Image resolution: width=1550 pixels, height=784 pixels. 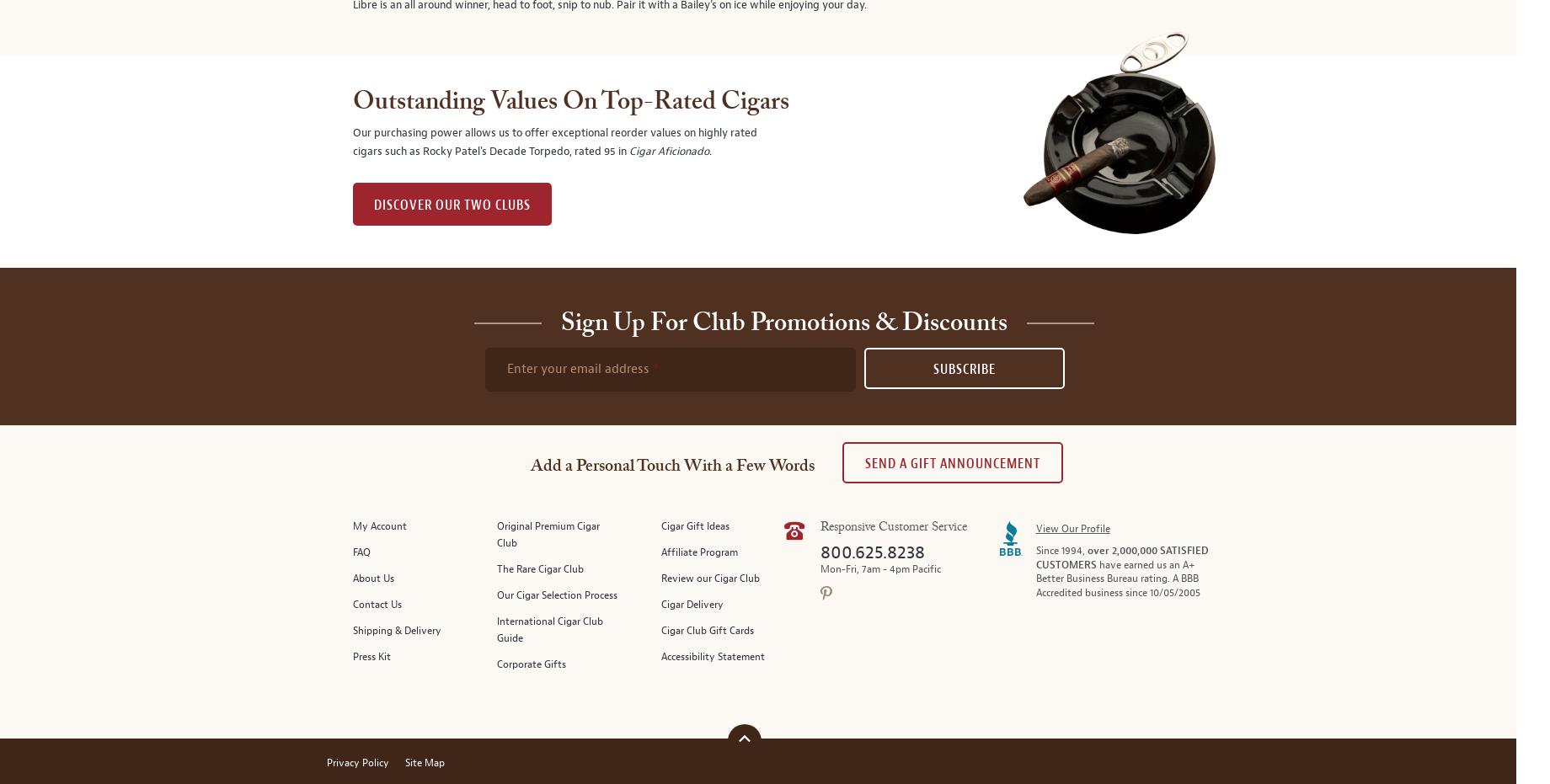 What do you see at coordinates (892, 527) in the screenshot?
I see `'Responsive Customer Service'` at bounding box center [892, 527].